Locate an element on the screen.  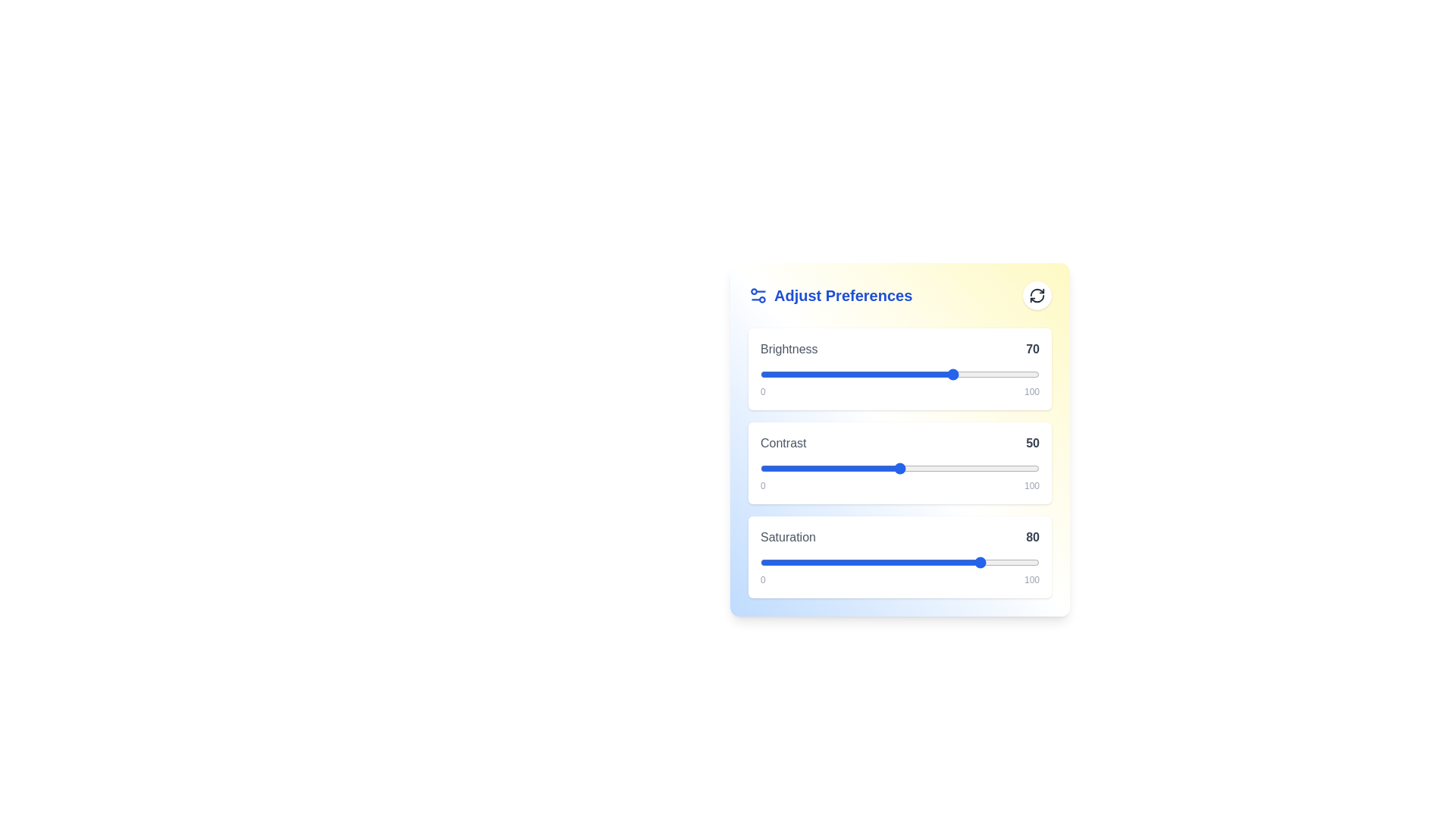
the text label displaying '0' which indicates the minimum value of the 'Brightness' slider, positioned at the lower-left of the slider control is located at coordinates (763, 391).